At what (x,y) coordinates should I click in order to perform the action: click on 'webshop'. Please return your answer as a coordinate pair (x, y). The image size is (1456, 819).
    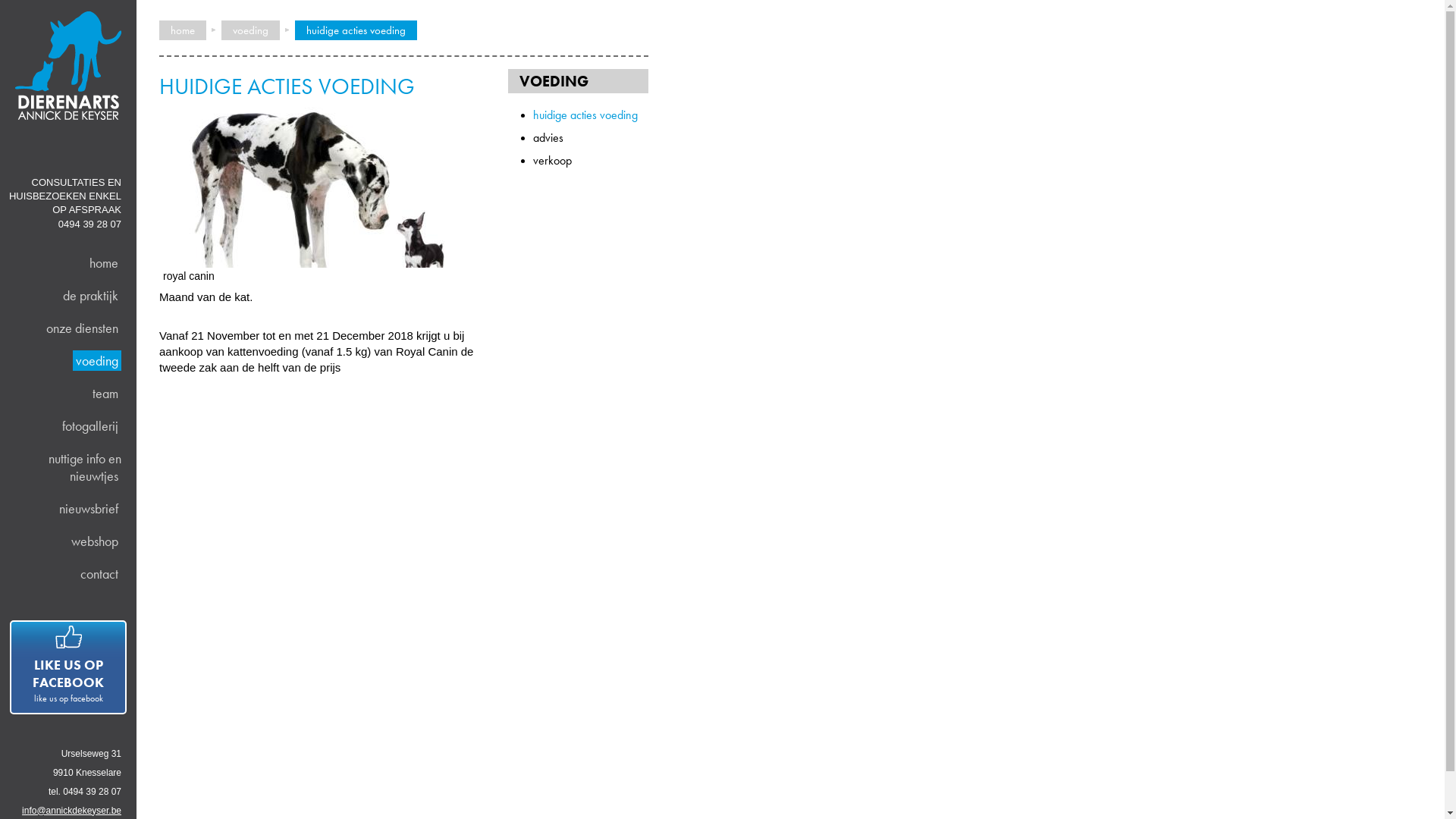
    Looking at the image, I should click on (93, 540).